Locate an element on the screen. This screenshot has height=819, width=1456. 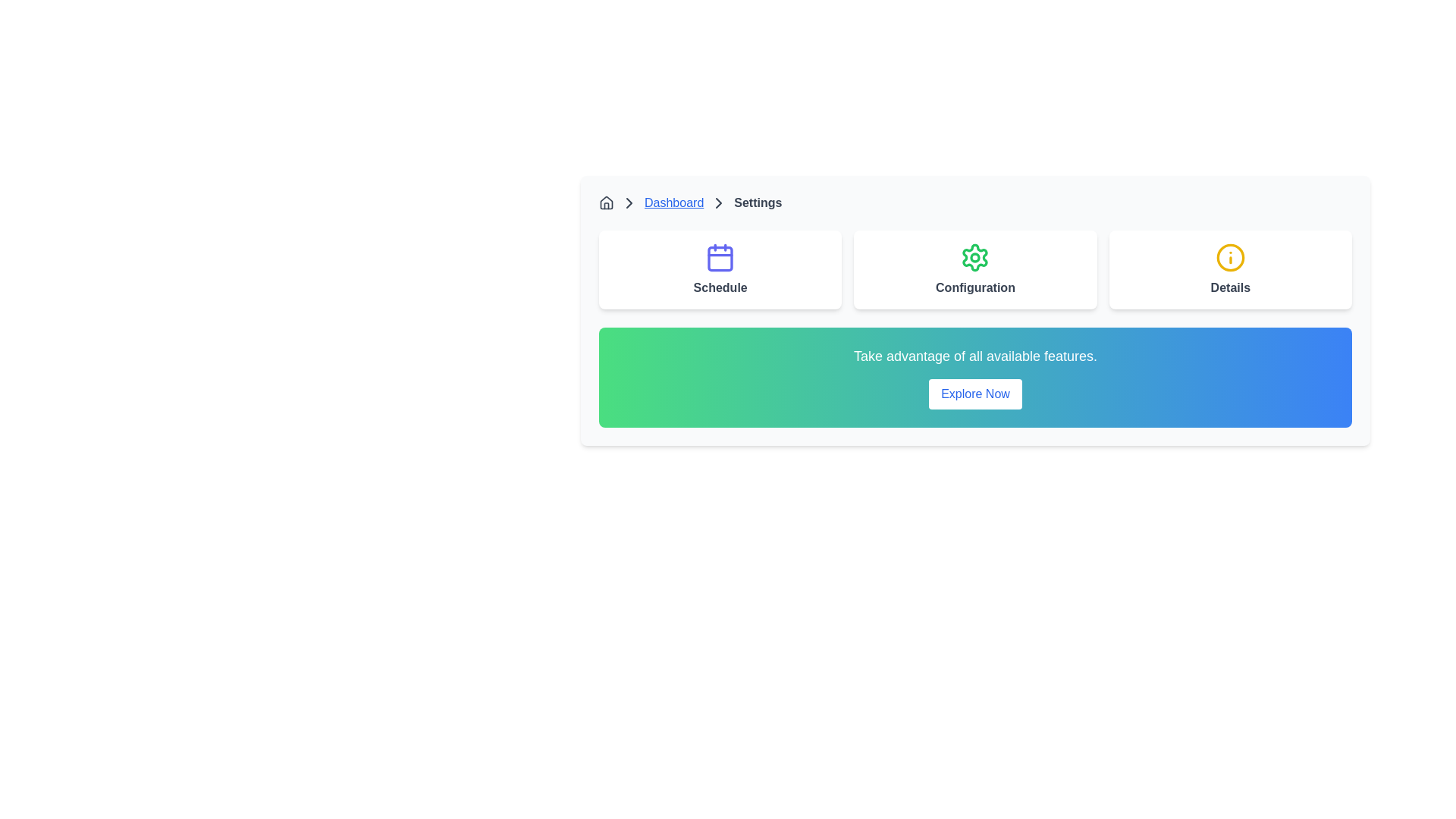
the 'Dashboard' hyperlink is located at coordinates (673, 202).